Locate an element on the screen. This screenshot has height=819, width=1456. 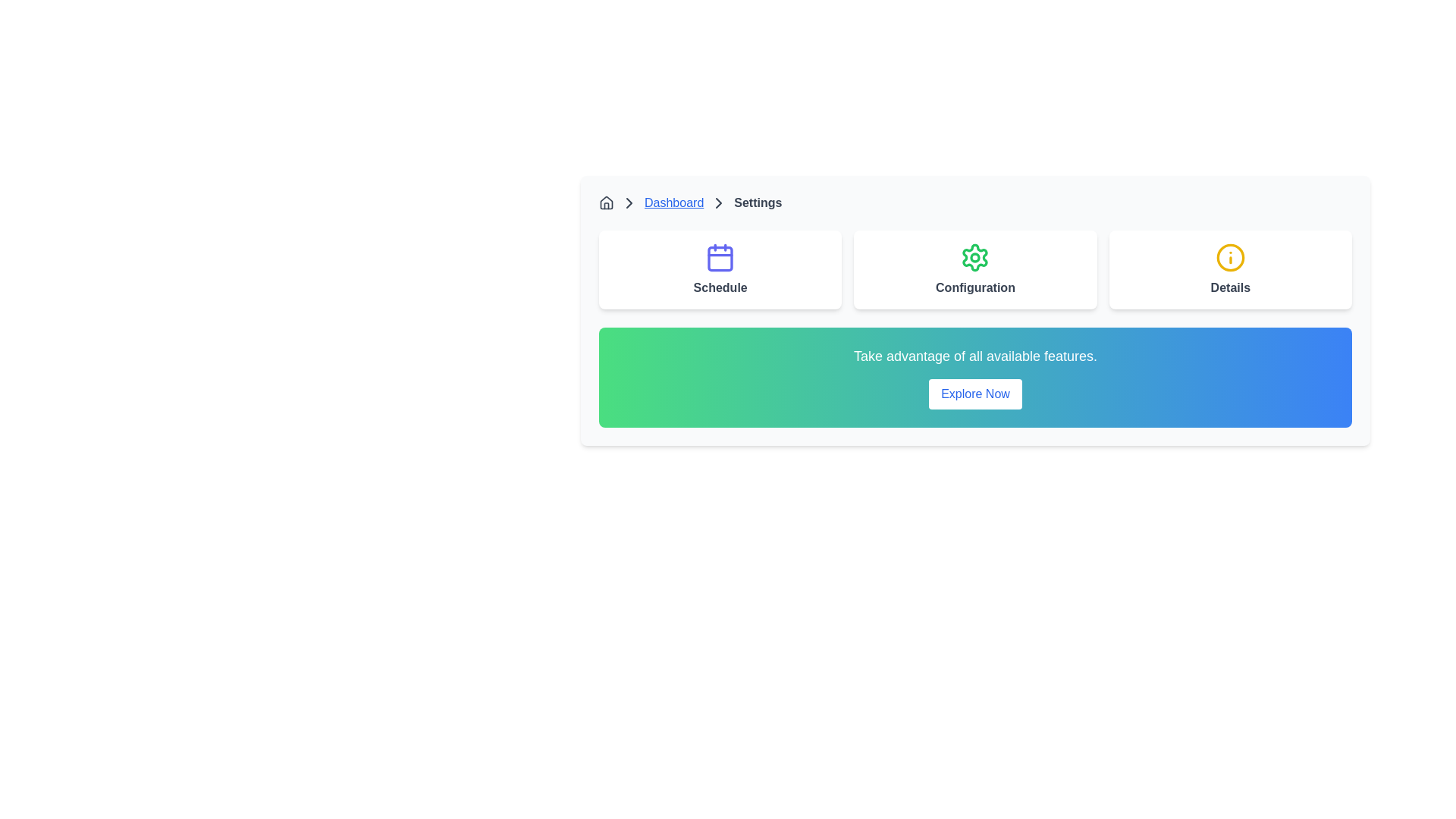
the 'Dashboard' hyperlink is located at coordinates (673, 202).